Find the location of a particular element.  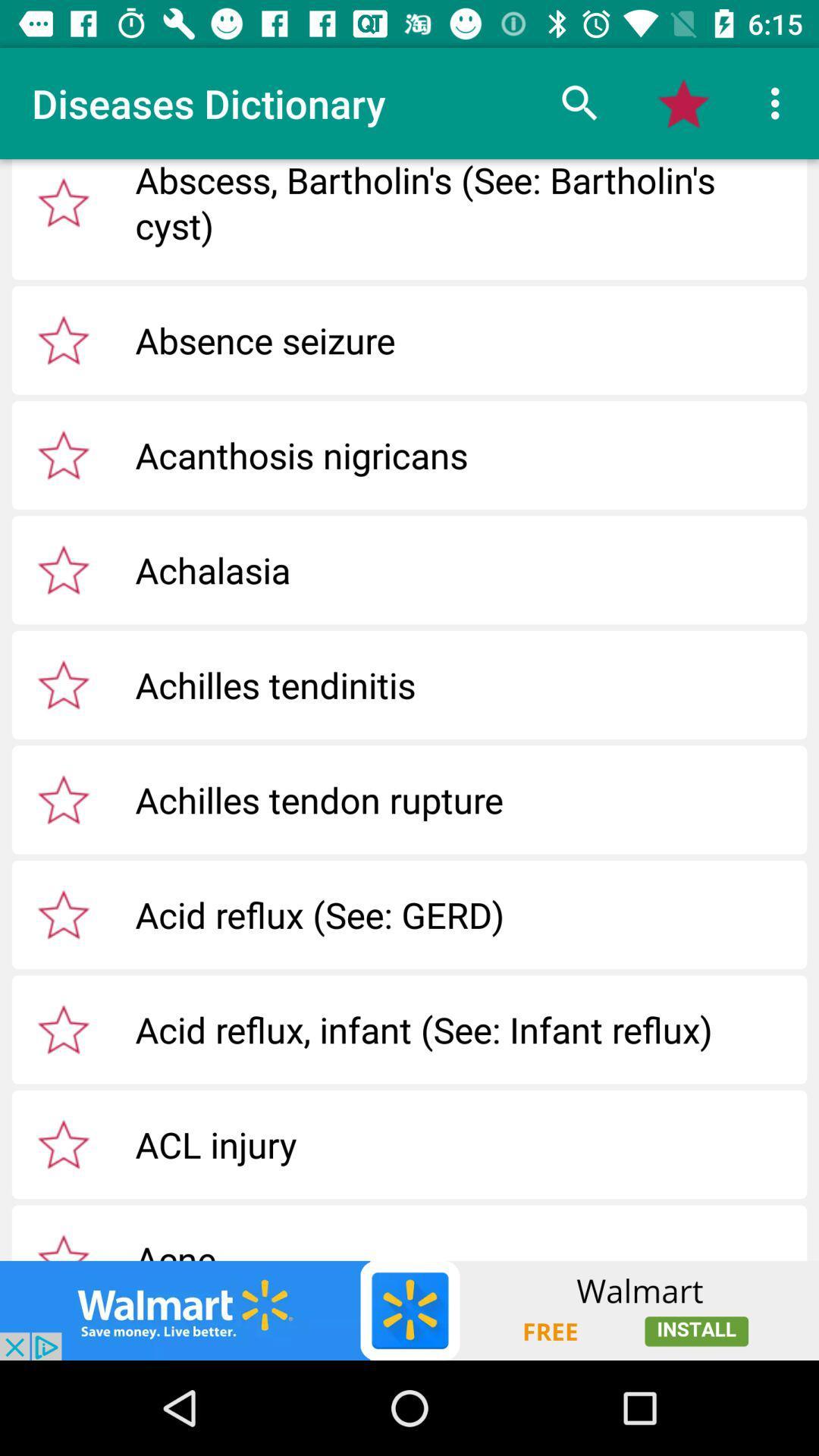

like is located at coordinates (63, 1144).